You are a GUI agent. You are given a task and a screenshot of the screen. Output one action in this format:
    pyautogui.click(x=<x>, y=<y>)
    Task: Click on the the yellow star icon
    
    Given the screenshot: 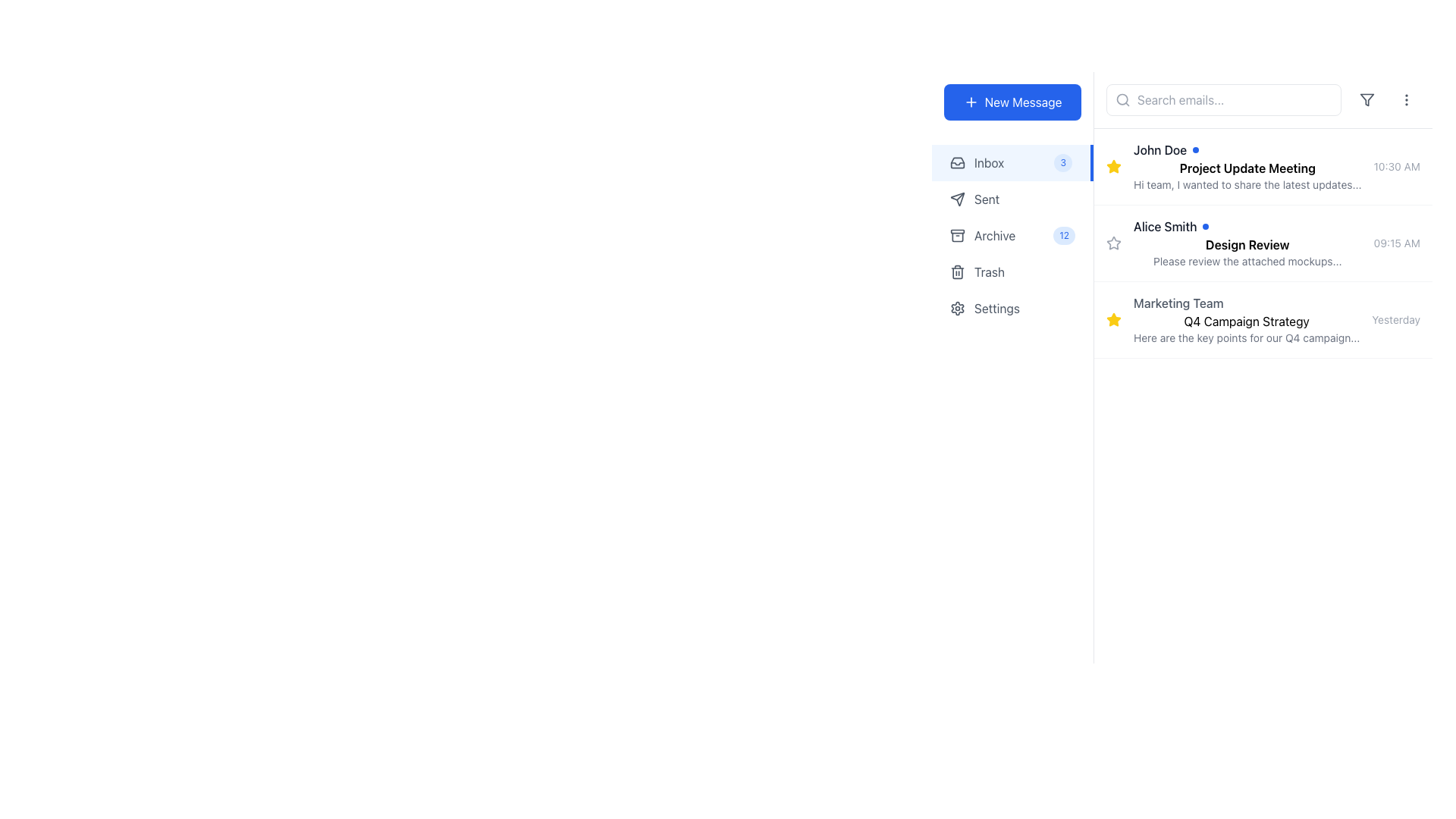 What is the action you would take?
    pyautogui.click(x=1113, y=318)
    